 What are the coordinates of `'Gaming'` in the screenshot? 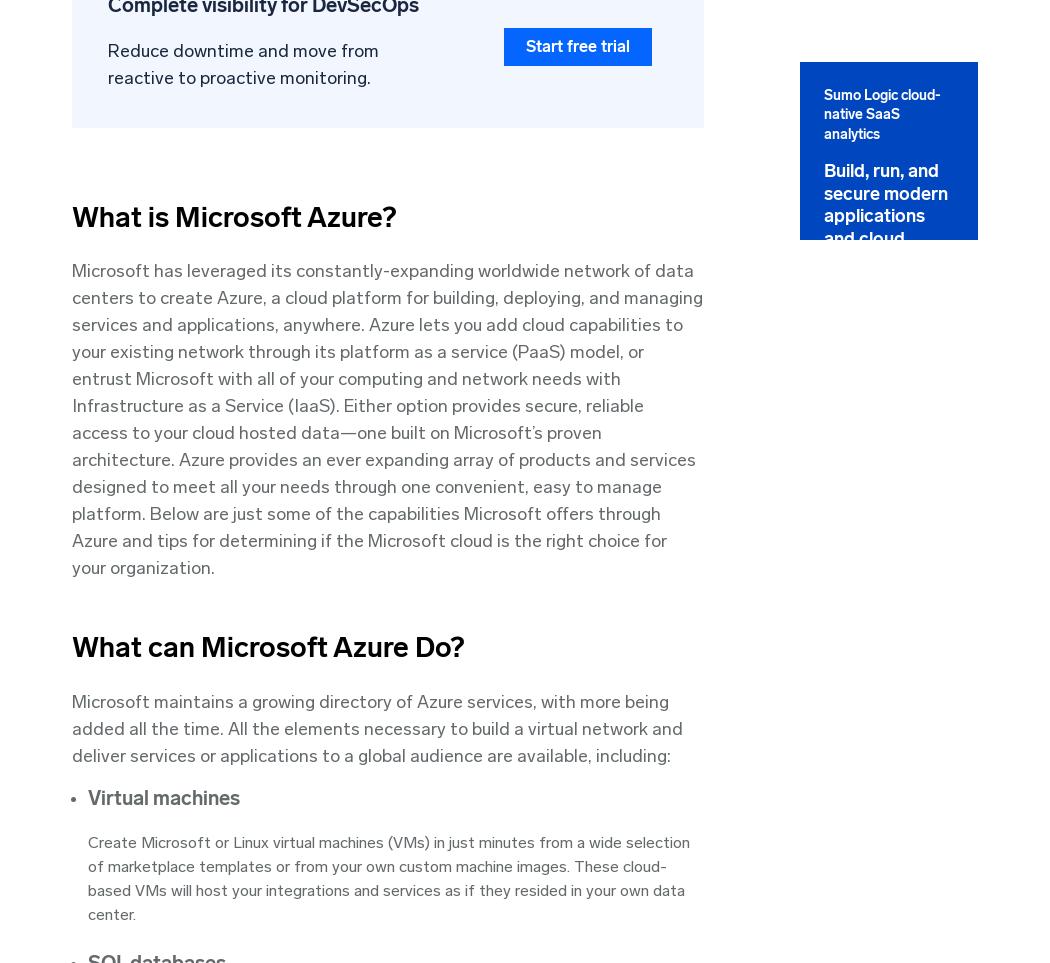 It's located at (739, 686).